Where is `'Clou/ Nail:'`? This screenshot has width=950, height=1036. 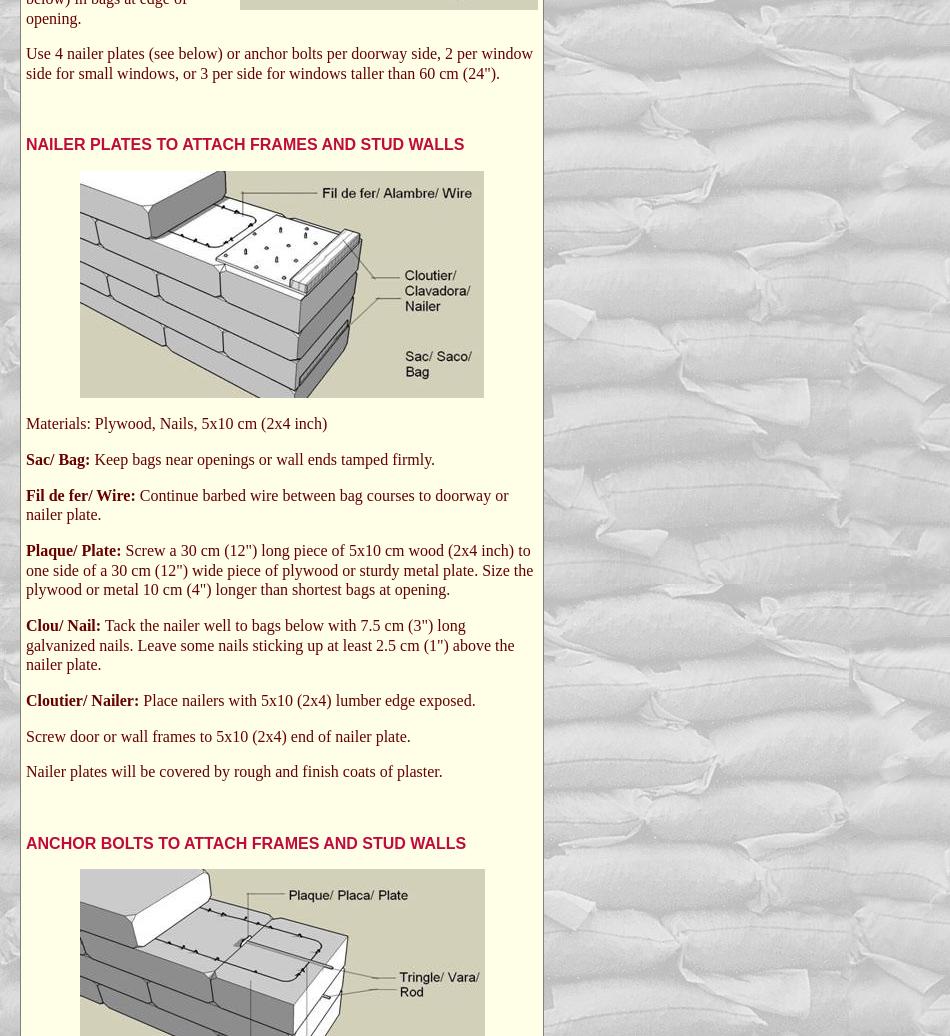
'Clou/ Nail:' is located at coordinates (26, 624).